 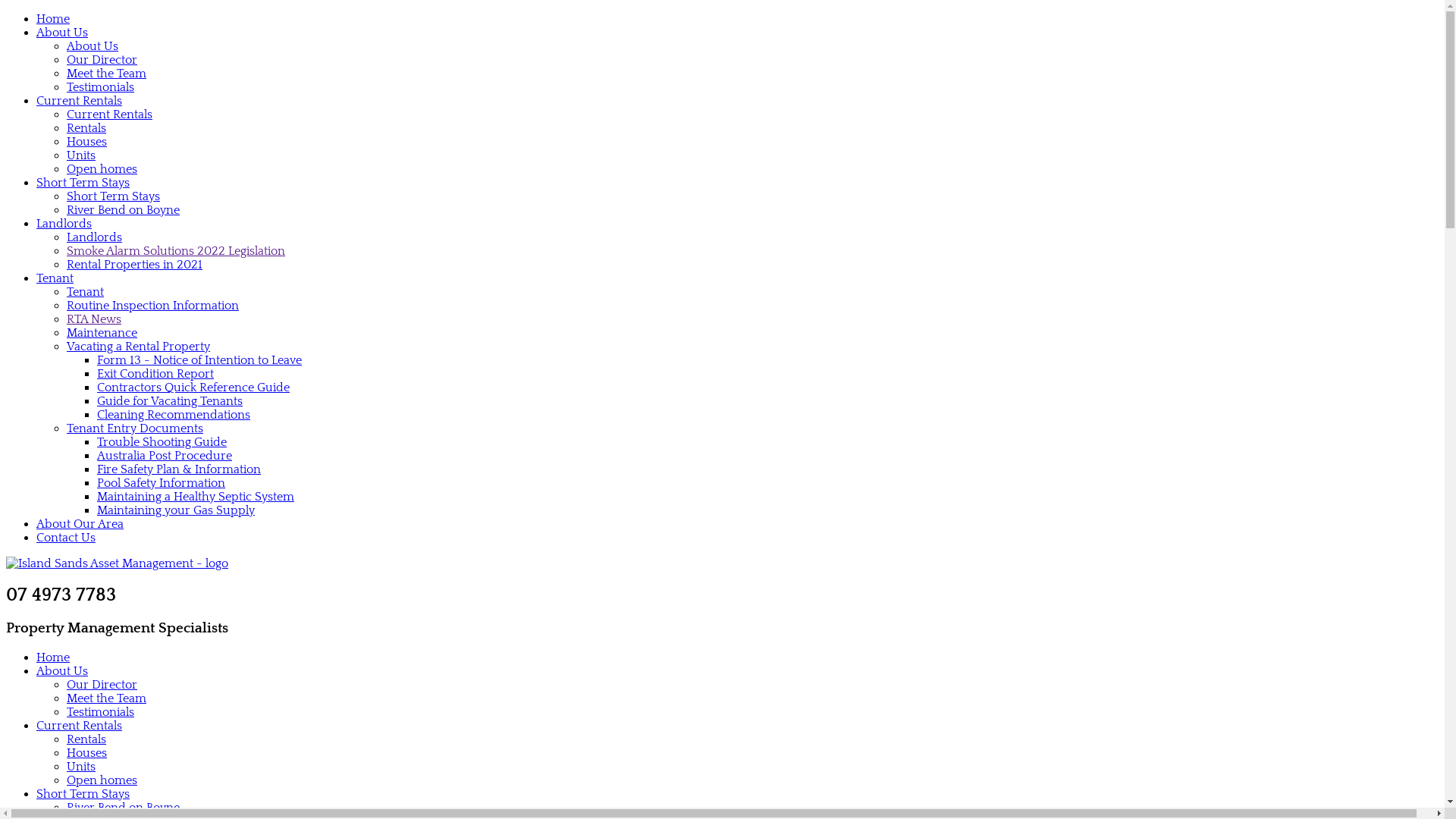 What do you see at coordinates (170, 400) in the screenshot?
I see `'Guide for Vacating Tenants'` at bounding box center [170, 400].